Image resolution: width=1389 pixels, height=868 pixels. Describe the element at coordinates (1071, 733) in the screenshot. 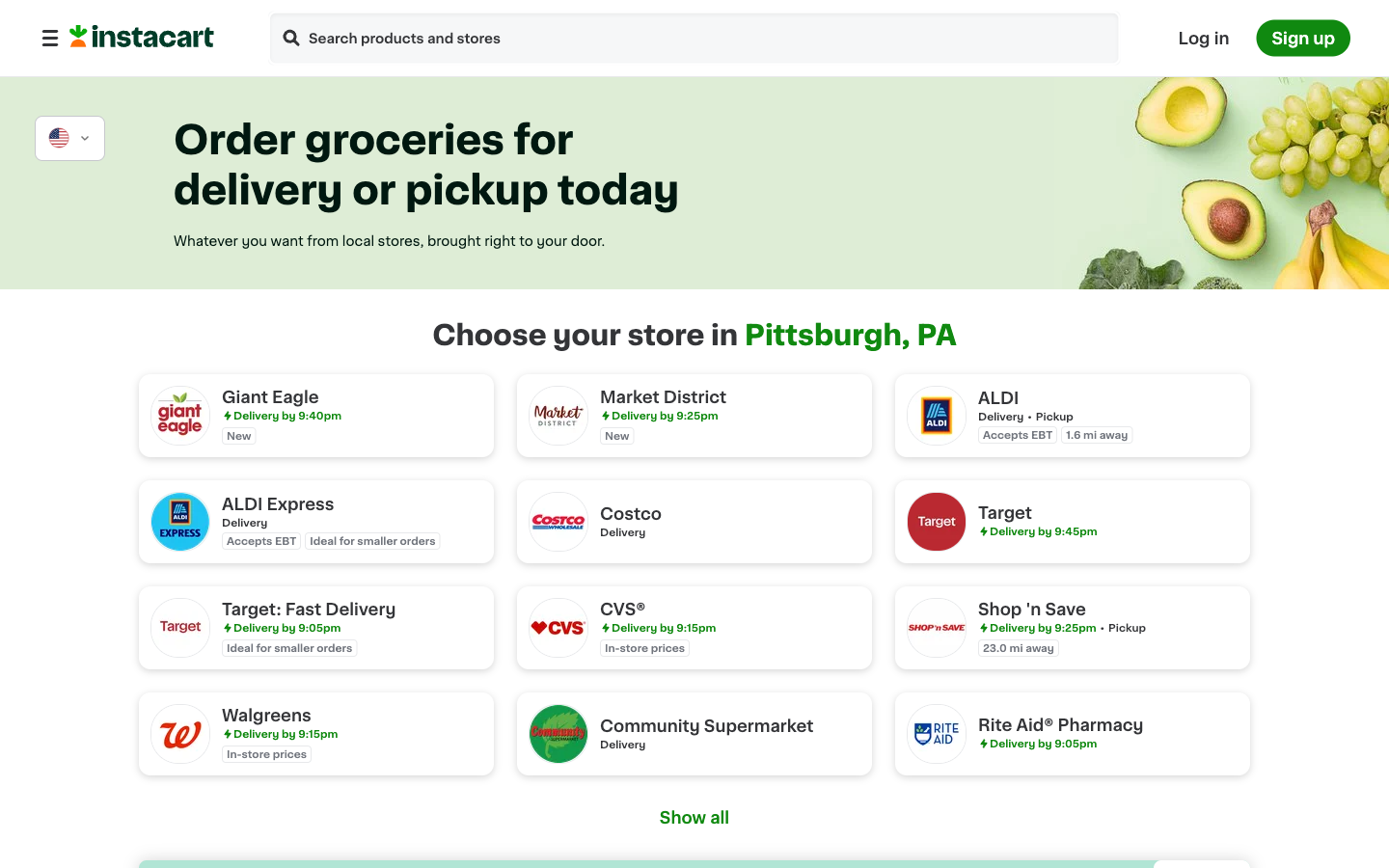

I see `Check the Rite Aid Pharmacy page for medicines` at that location.